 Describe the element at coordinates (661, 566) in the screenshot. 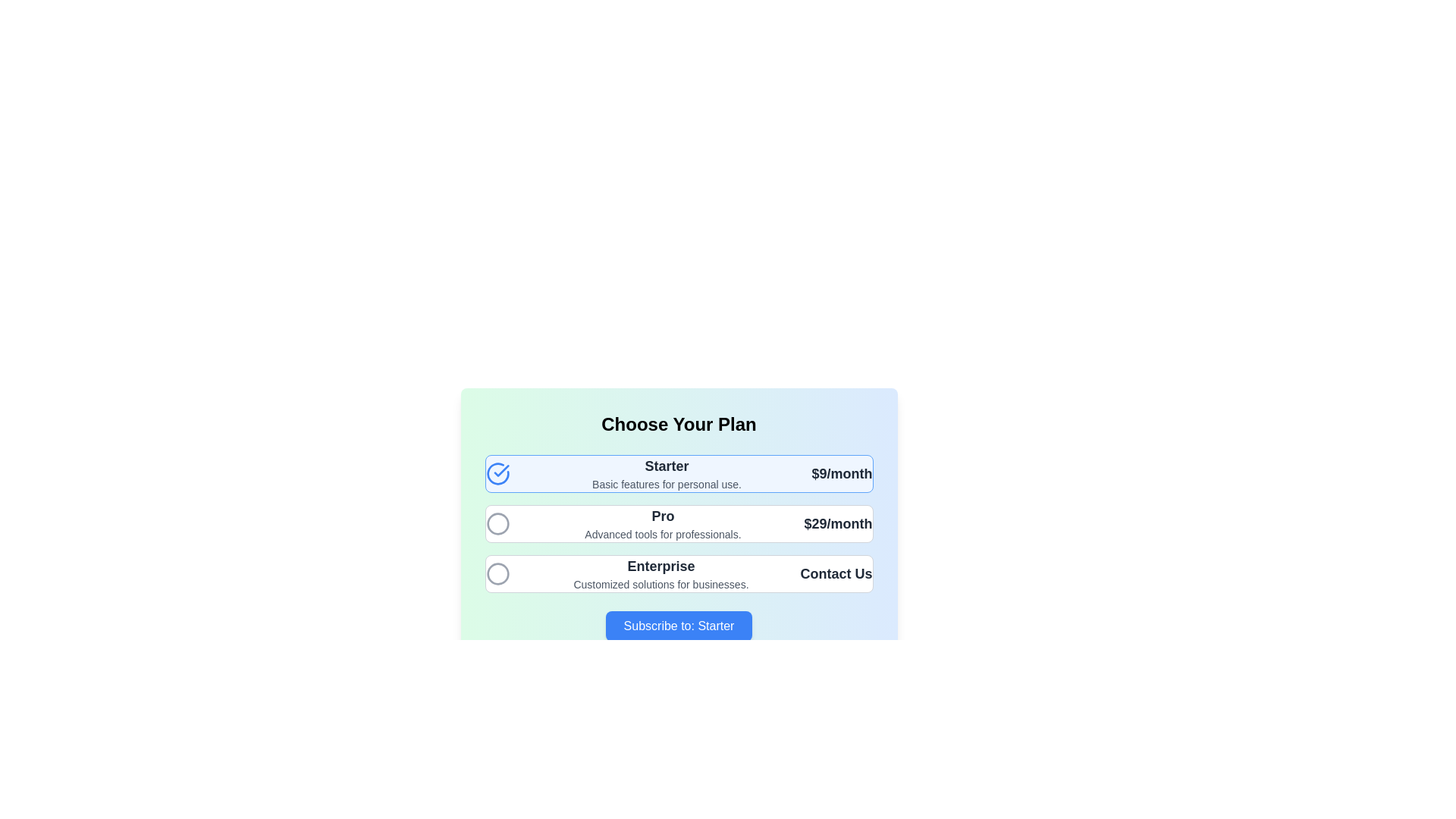

I see `the text label displaying 'Enterprise' in bold dark gray font, positioned under the 'Pro' plan and above the descriptive text in the 'Enterprise' plan information block` at that location.